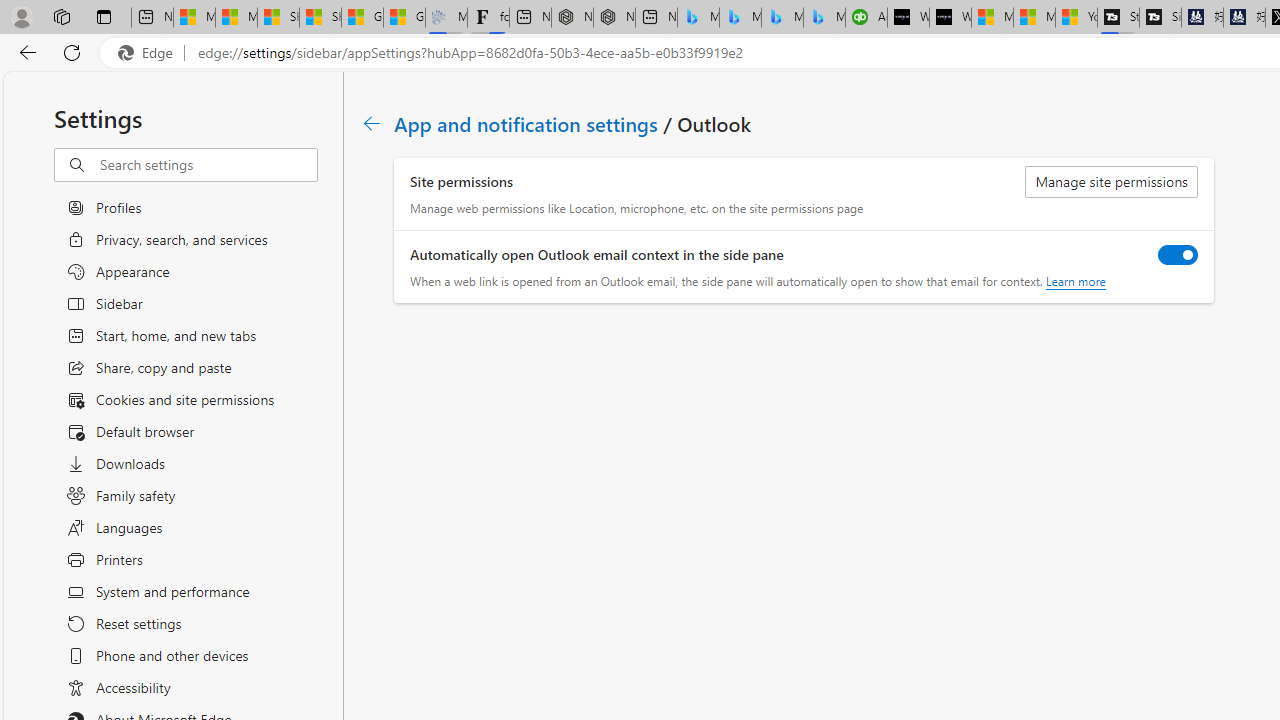 The width and height of the screenshot is (1280, 720). Describe the element at coordinates (208, 164) in the screenshot. I see `'Search settings'` at that location.